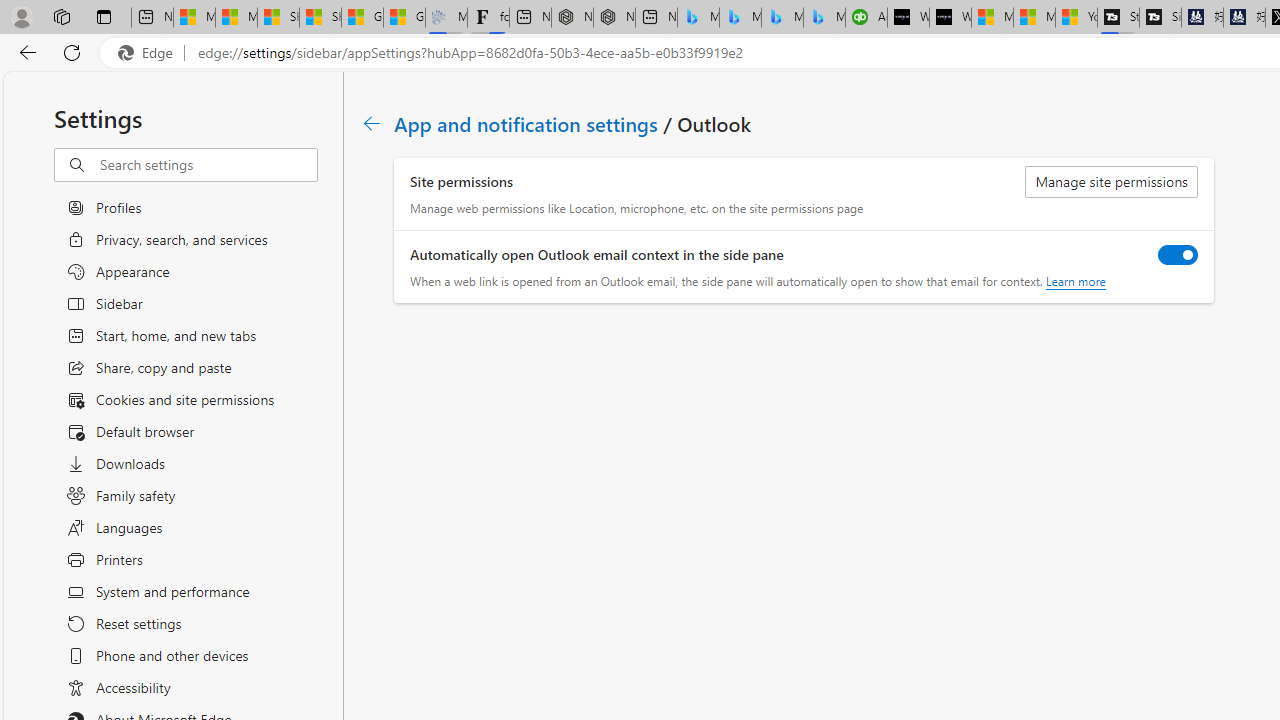 The width and height of the screenshot is (1280, 720). Describe the element at coordinates (208, 164) in the screenshot. I see `'Search settings'` at that location.